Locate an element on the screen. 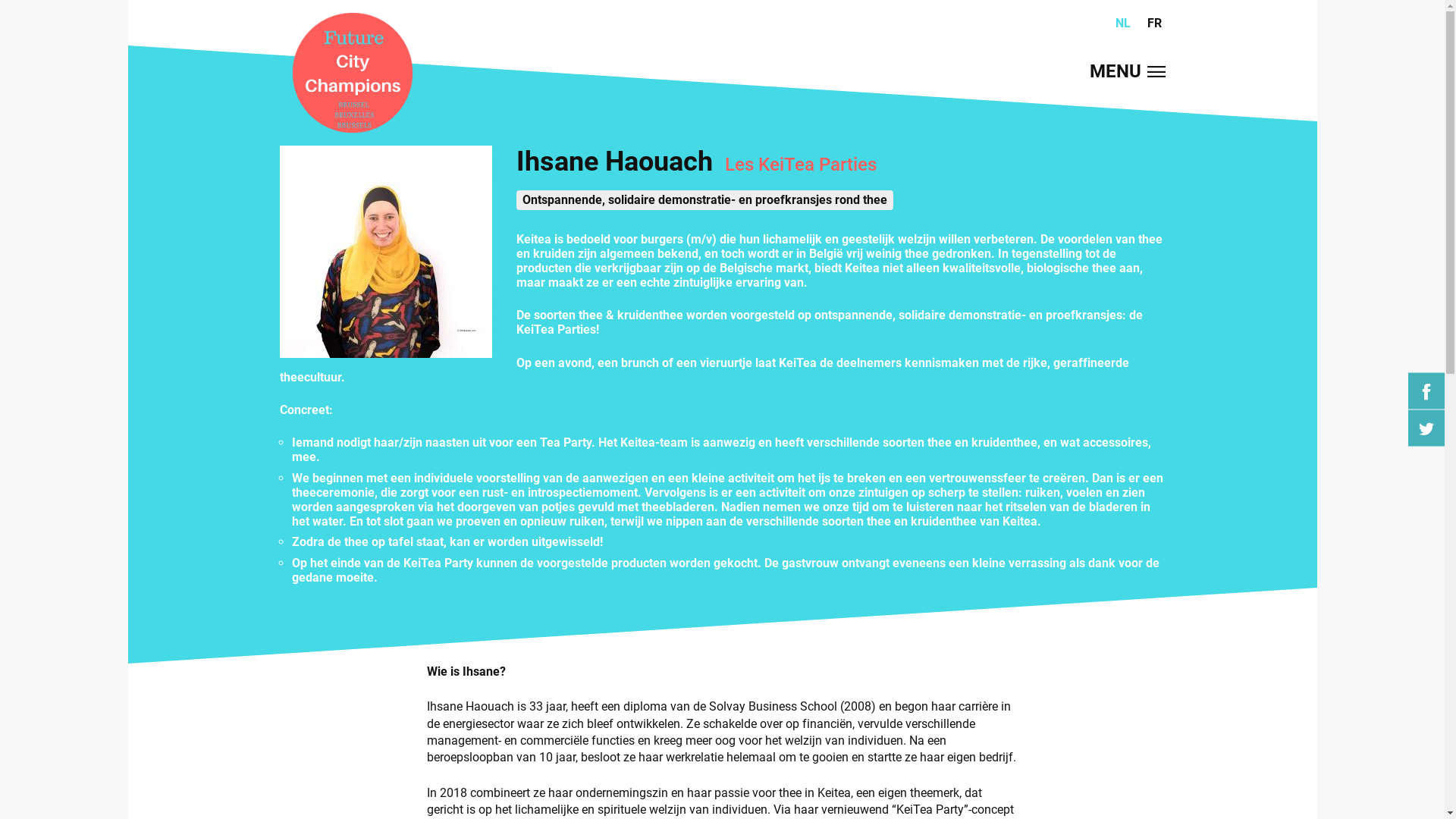  'MENU' is located at coordinates (1087, 72).